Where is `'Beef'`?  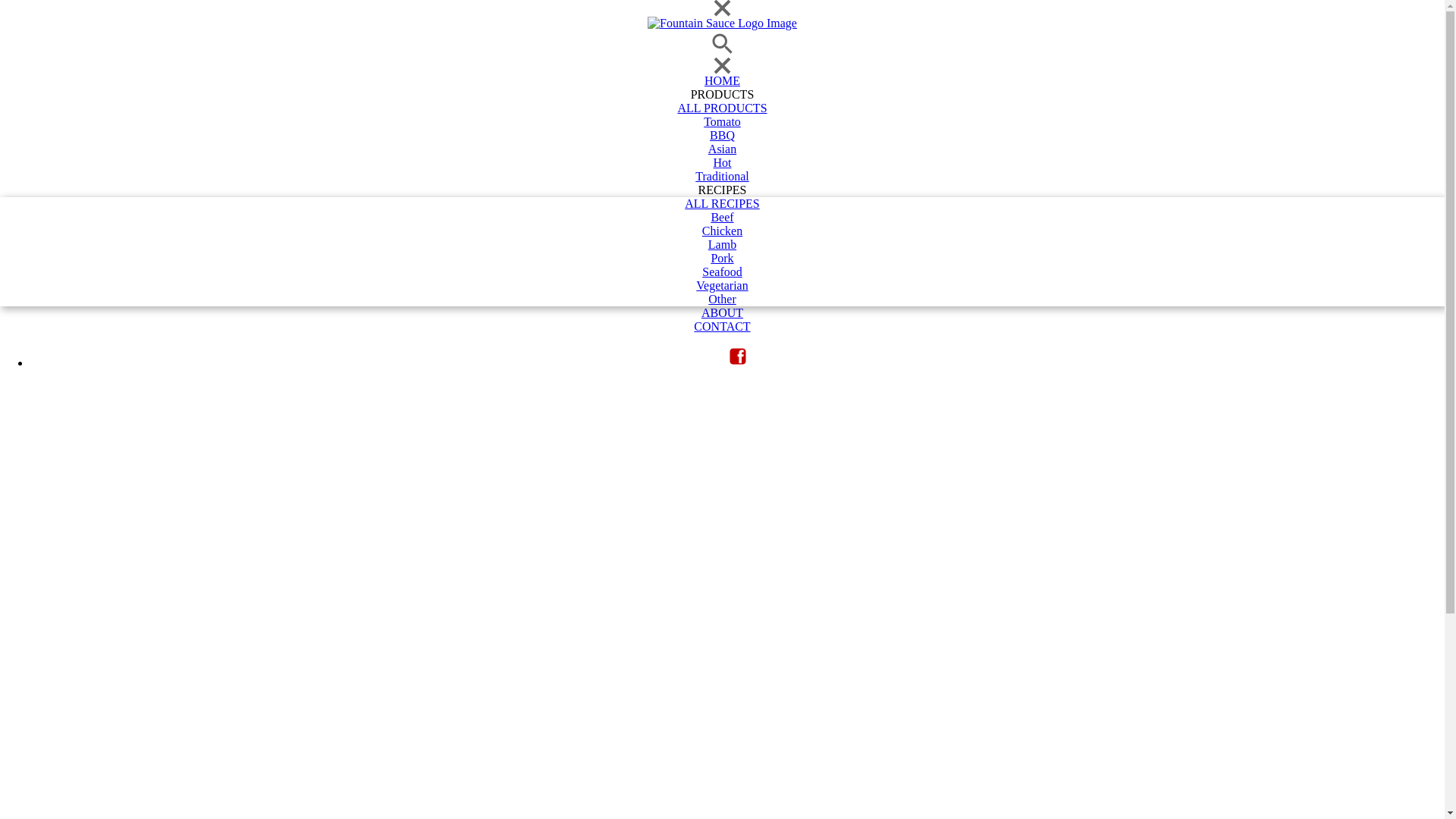
'Beef' is located at coordinates (721, 217).